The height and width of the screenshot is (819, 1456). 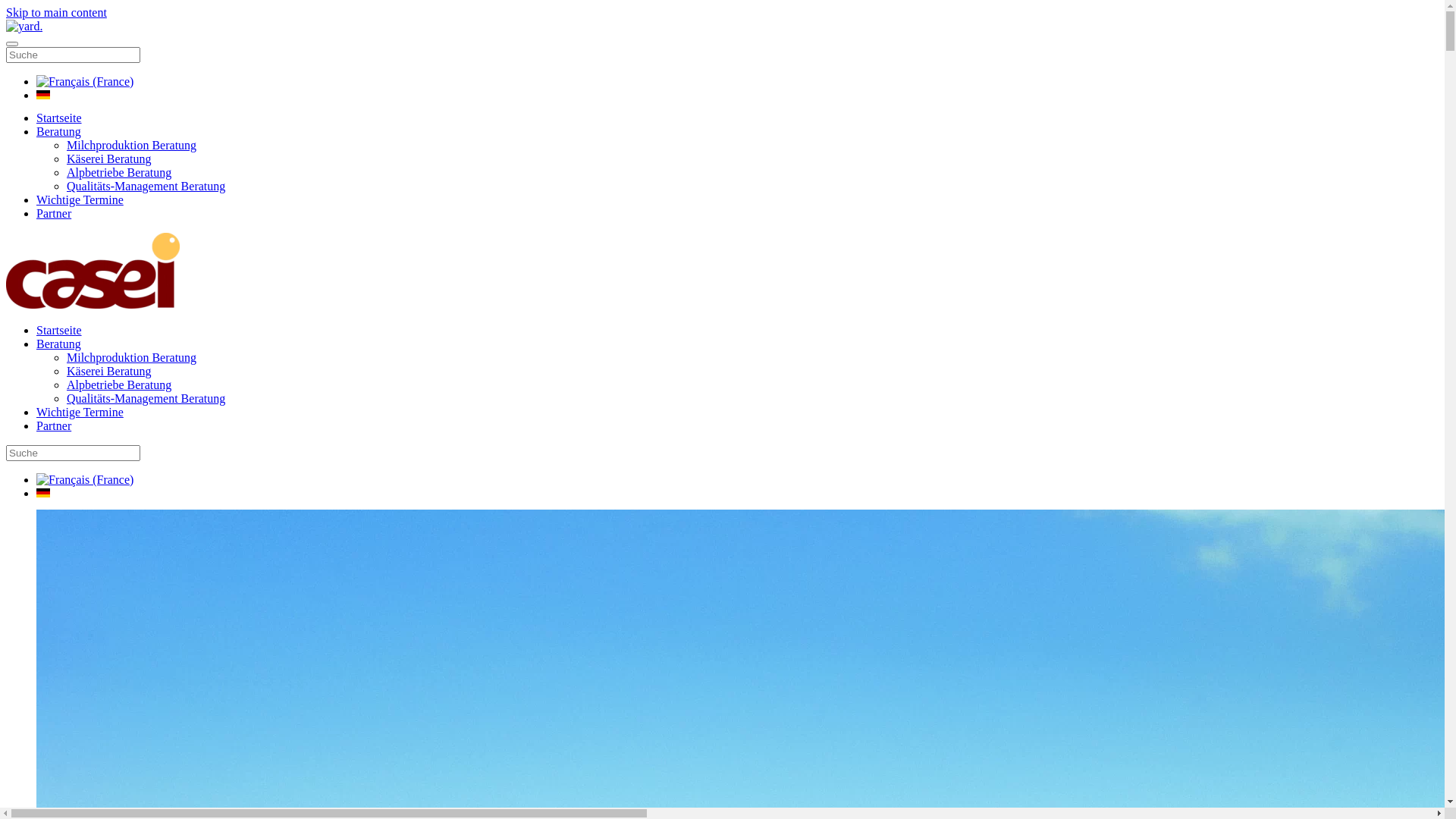 What do you see at coordinates (43, 493) in the screenshot?
I see `'Deutsch (Deutschland)'` at bounding box center [43, 493].